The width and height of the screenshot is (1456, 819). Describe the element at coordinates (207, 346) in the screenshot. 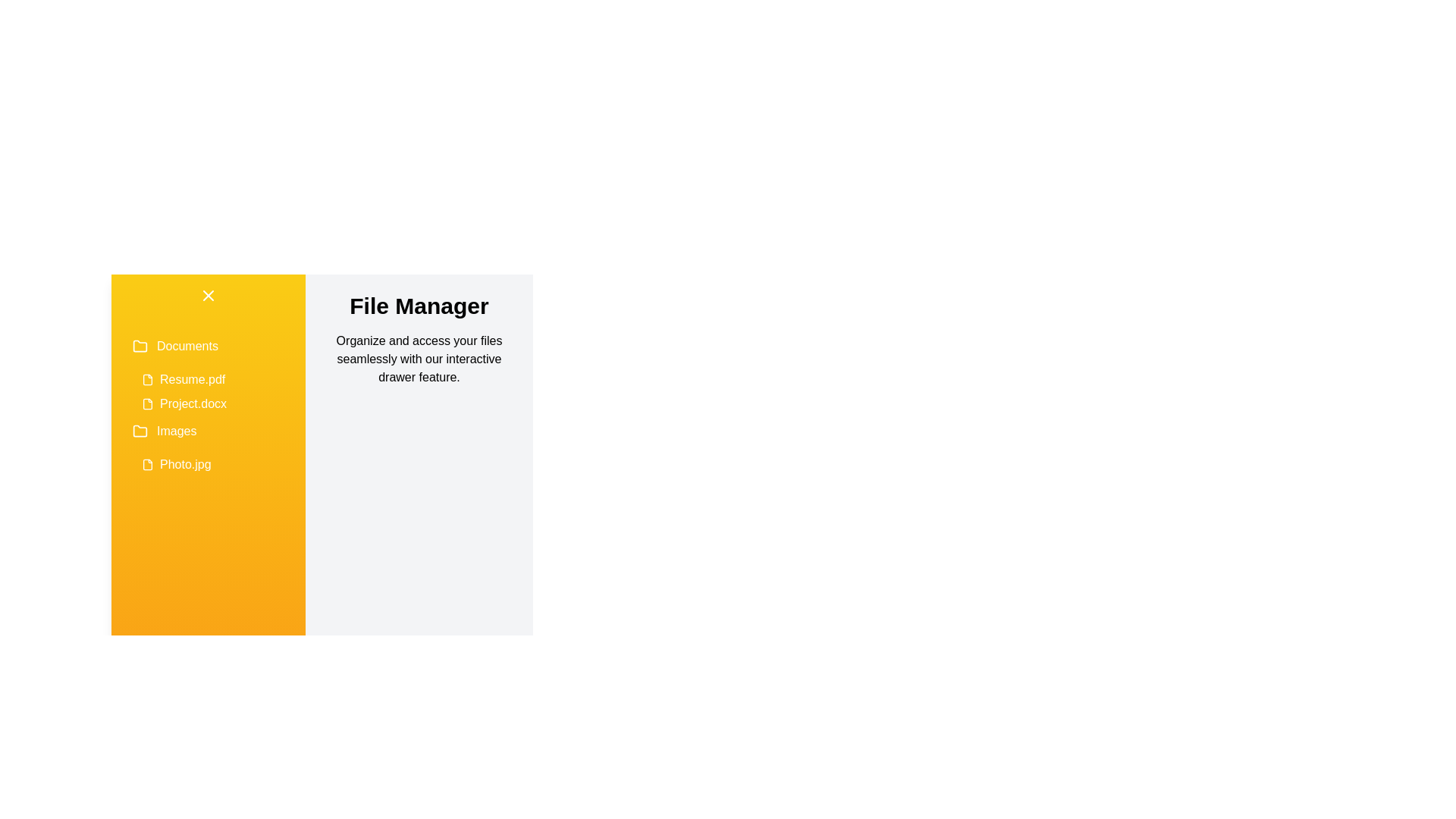

I see `the folder named Documents to expand or collapse its contents` at that location.